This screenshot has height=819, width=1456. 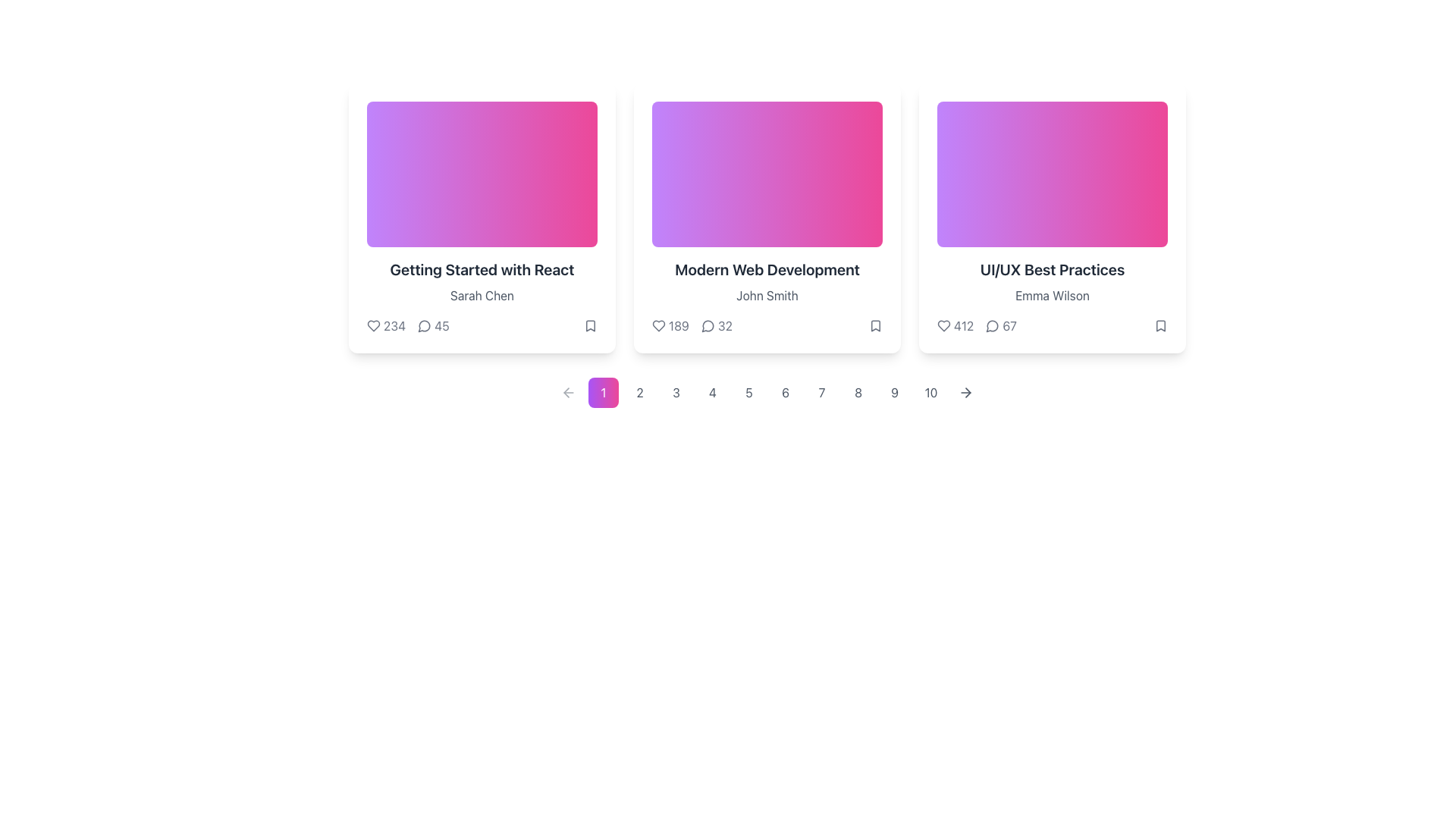 What do you see at coordinates (676, 391) in the screenshot?
I see `the small circular button with a gray border and a white background, featuring the number '3' in gray` at bounding box center [676, 391].